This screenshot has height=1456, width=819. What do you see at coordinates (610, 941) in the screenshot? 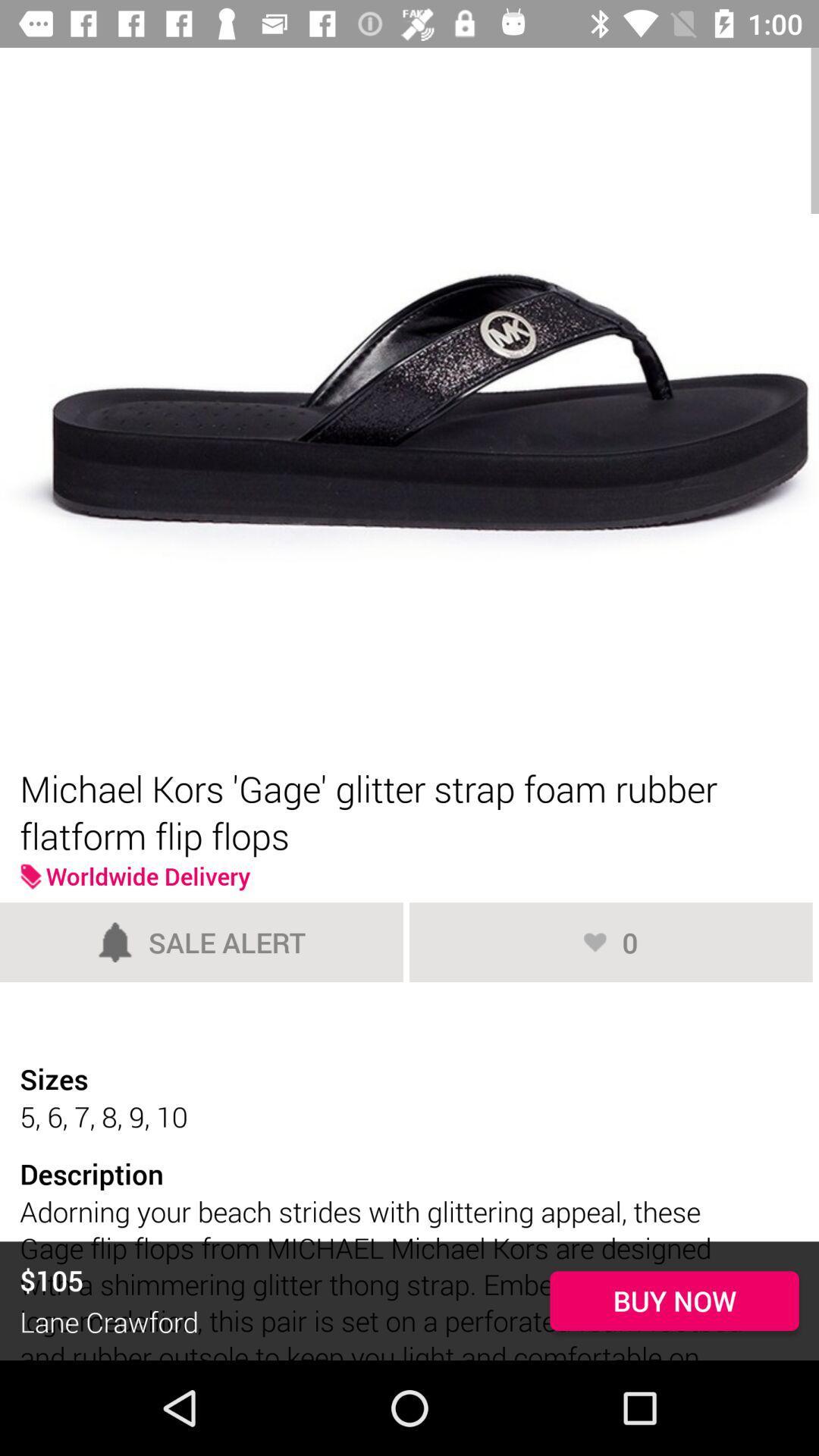
I see `grey color button with text 0` at bounding box center [610, 941].